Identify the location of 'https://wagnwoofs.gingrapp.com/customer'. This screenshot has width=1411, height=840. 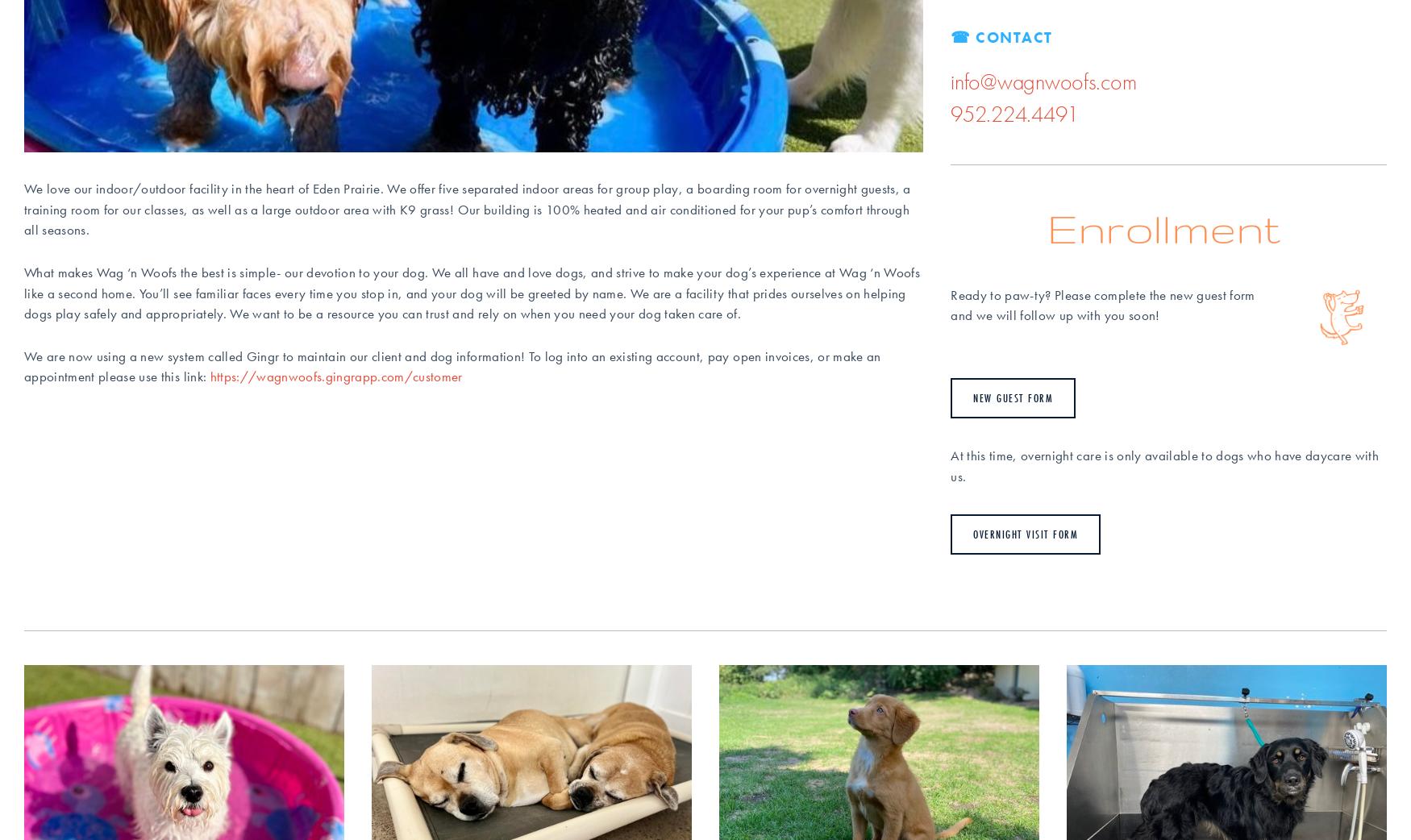
(335, 376).